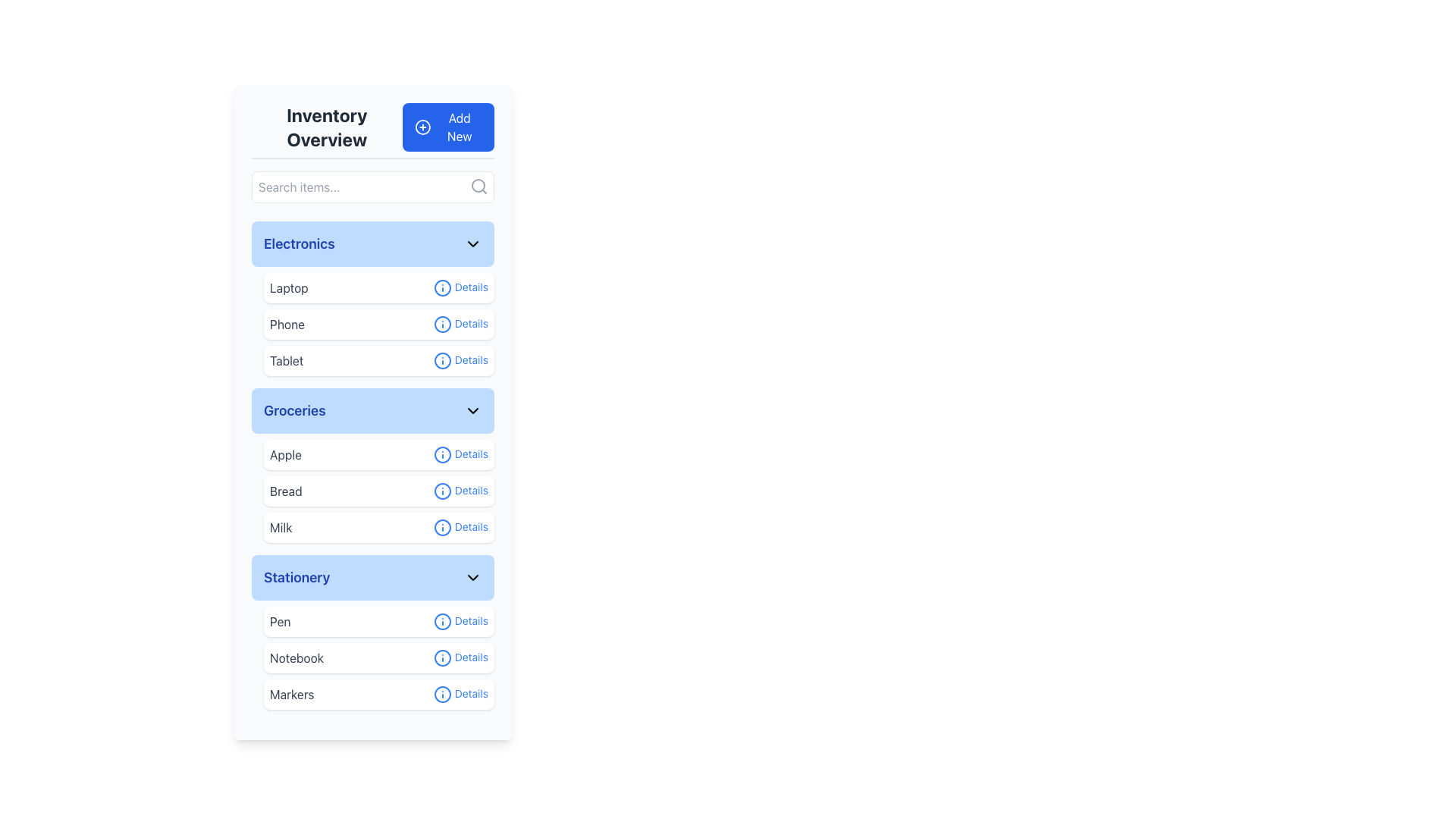 The image size is (1456, 819). I want to click on the blue circular icon with an 'i' symbol located next to the 'Details' text in the second row under the 'Groceries' category, next to the 'Bread' item, so click(441, 491).